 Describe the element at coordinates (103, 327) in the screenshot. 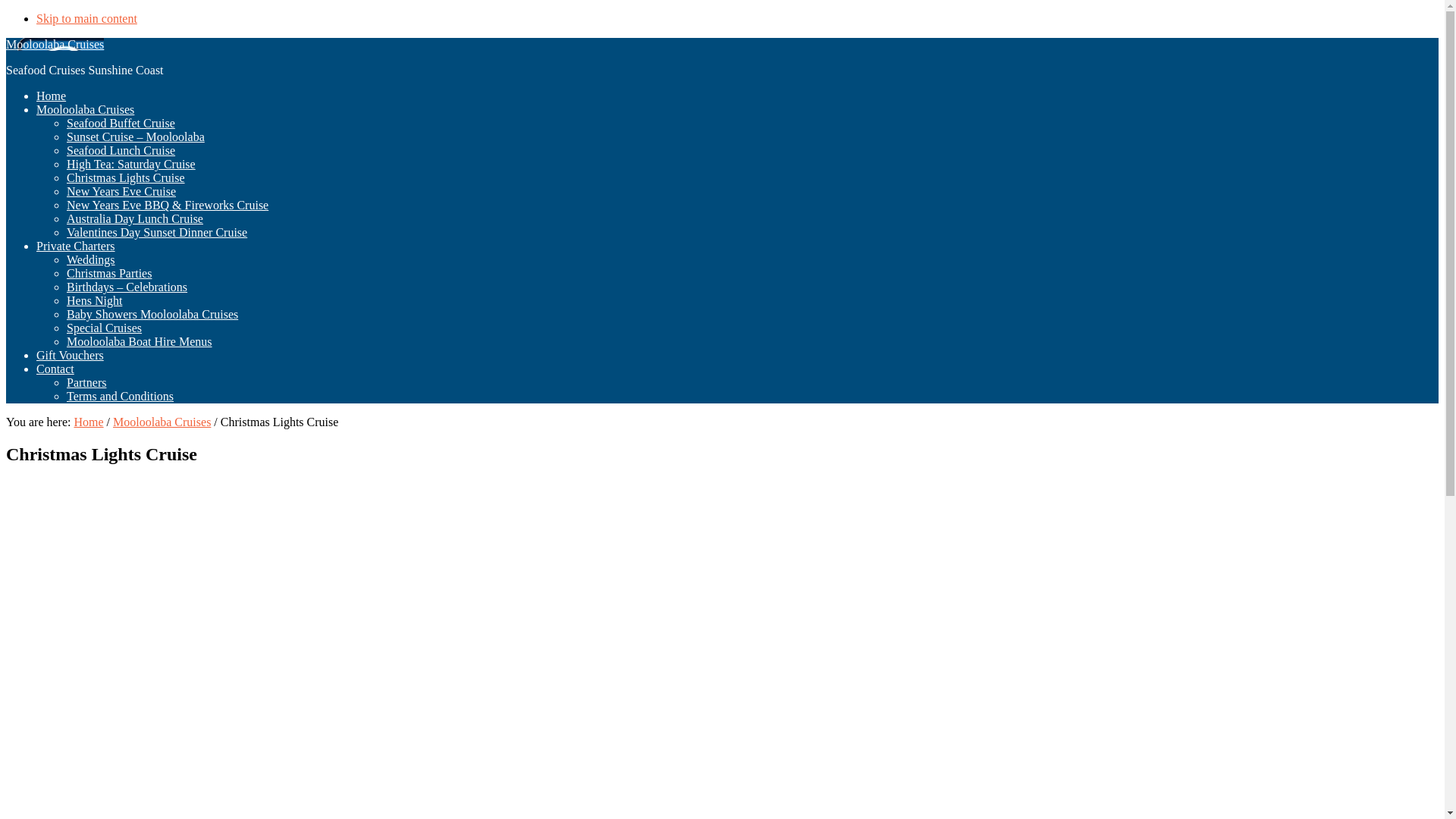

I see `'Special Cruises'` at that location.